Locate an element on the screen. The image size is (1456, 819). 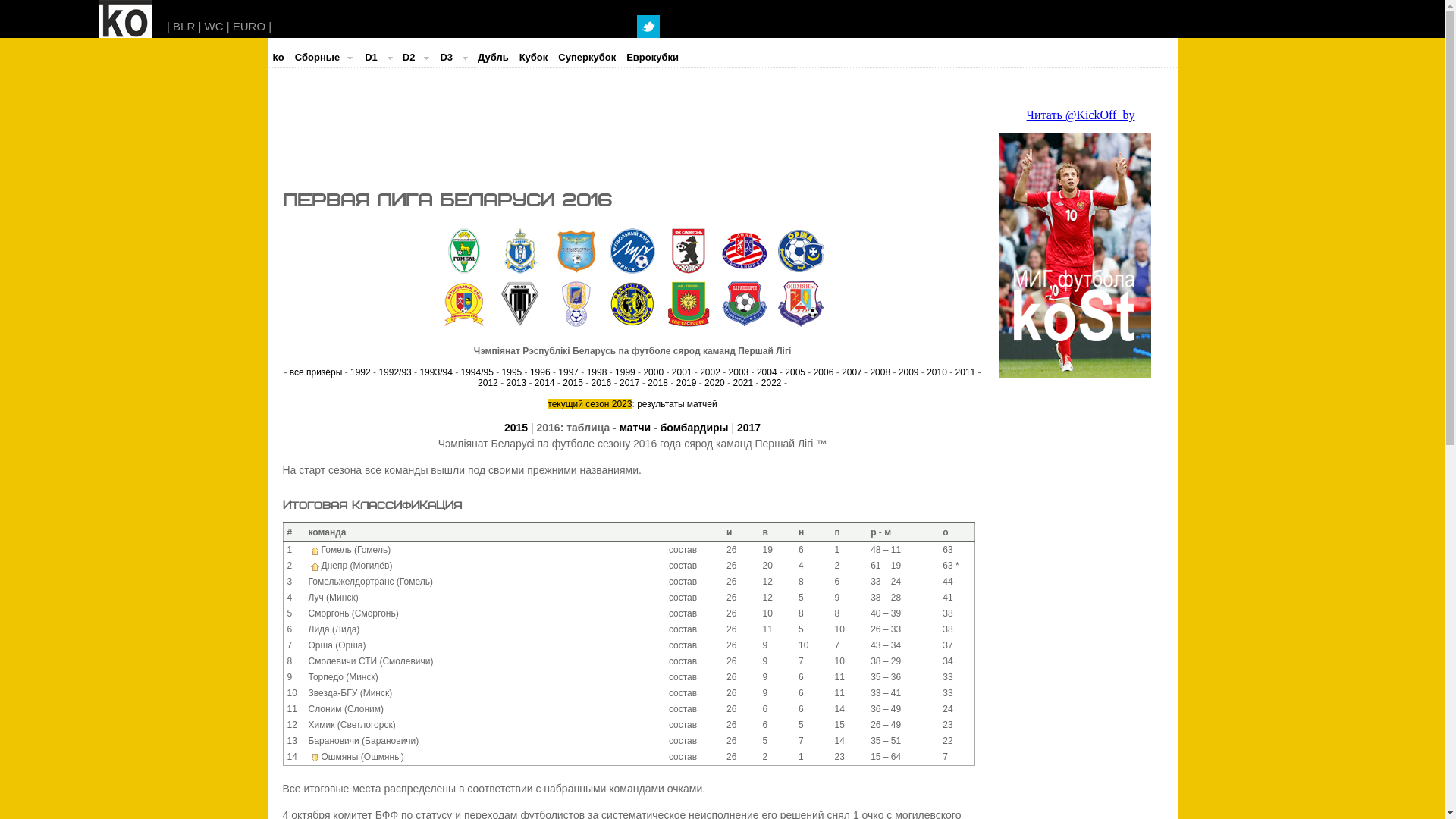
'EURO' is located at coordinates (232, 26).